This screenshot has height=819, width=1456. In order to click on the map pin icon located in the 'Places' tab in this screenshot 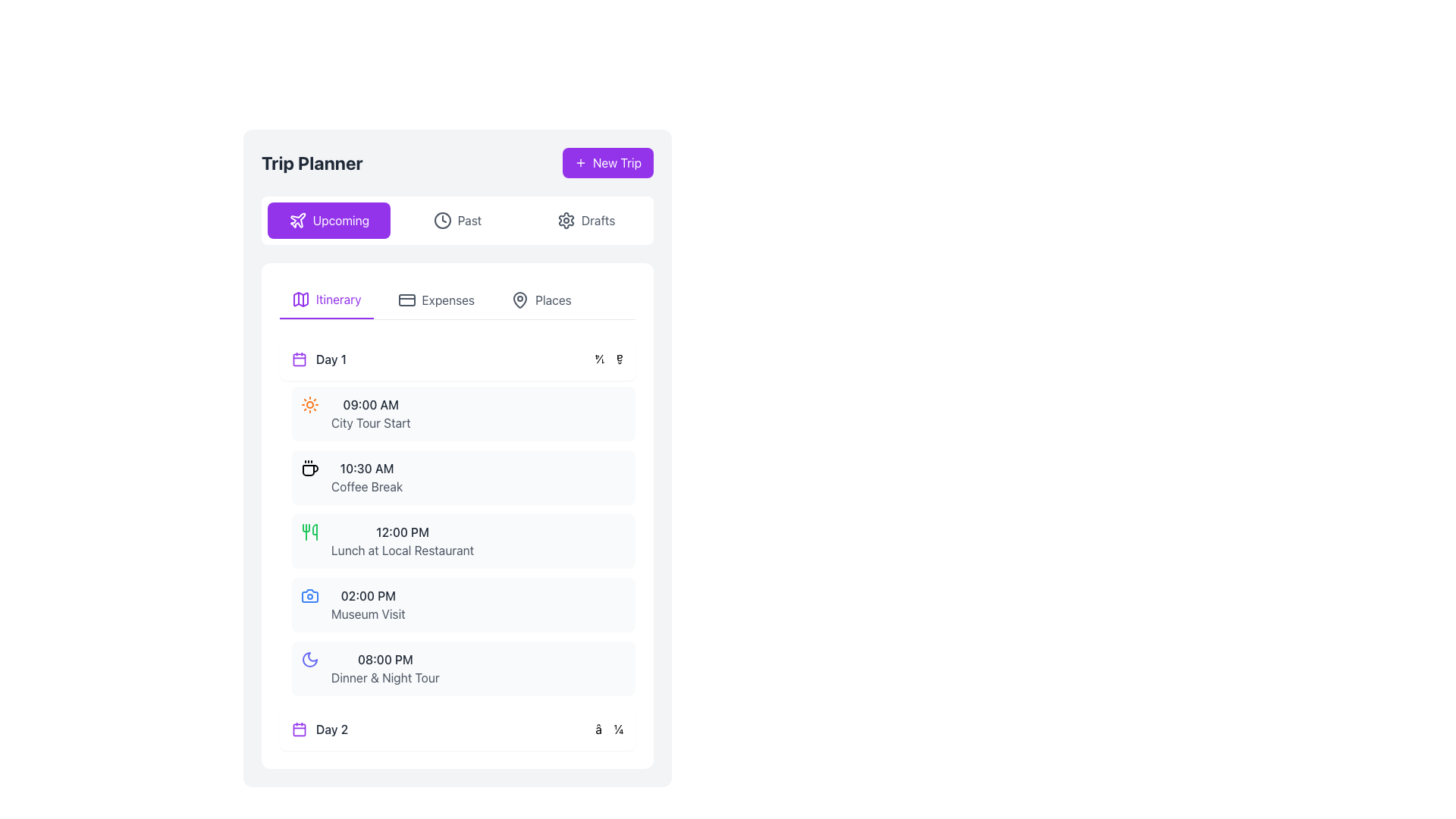, I will do `click(520, 300)`.